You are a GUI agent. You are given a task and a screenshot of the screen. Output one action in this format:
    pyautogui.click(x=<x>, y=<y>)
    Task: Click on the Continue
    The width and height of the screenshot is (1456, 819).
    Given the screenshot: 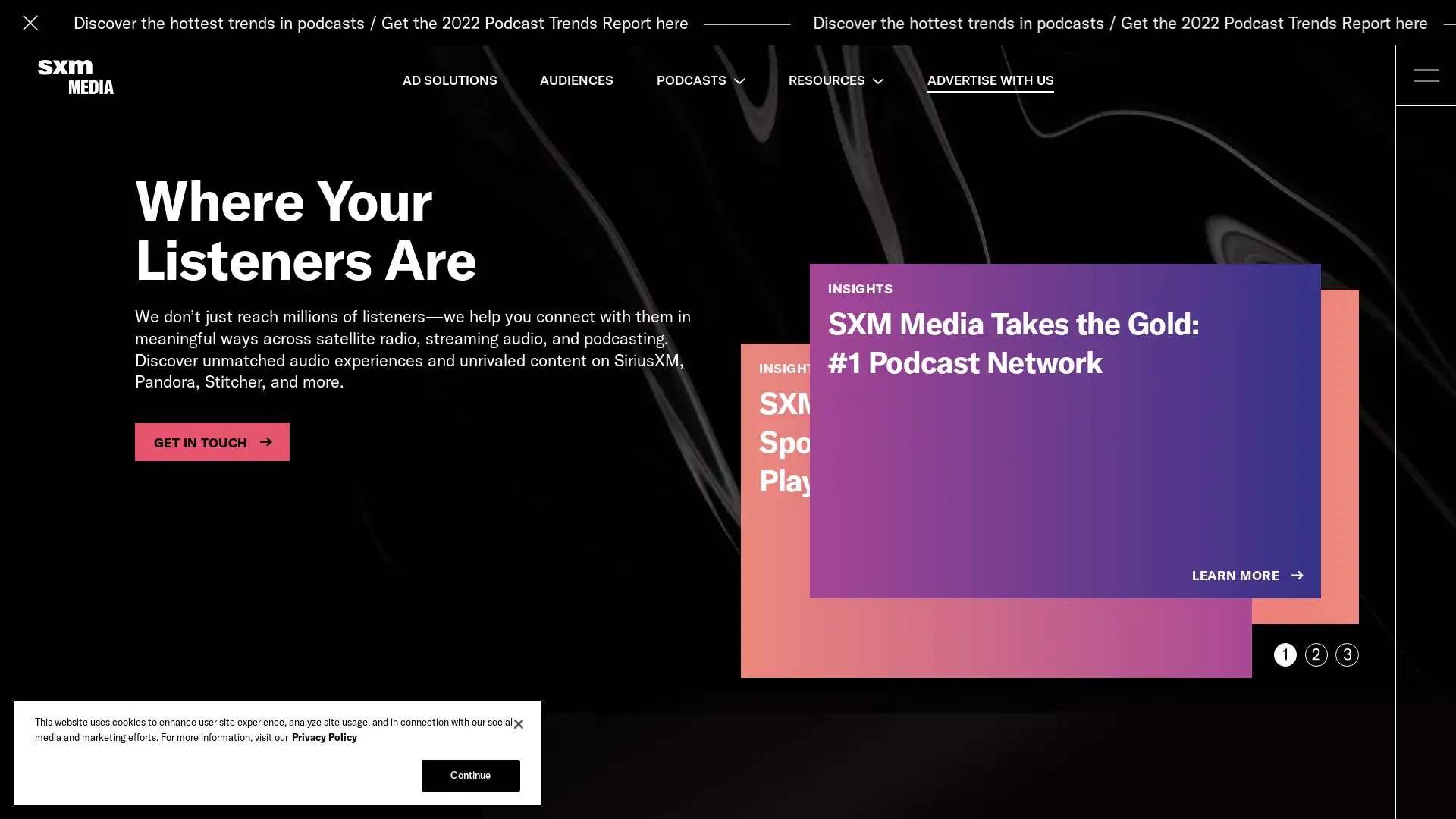 What is the action you would take?
    pyautogui.click(x=469, y=775)
    